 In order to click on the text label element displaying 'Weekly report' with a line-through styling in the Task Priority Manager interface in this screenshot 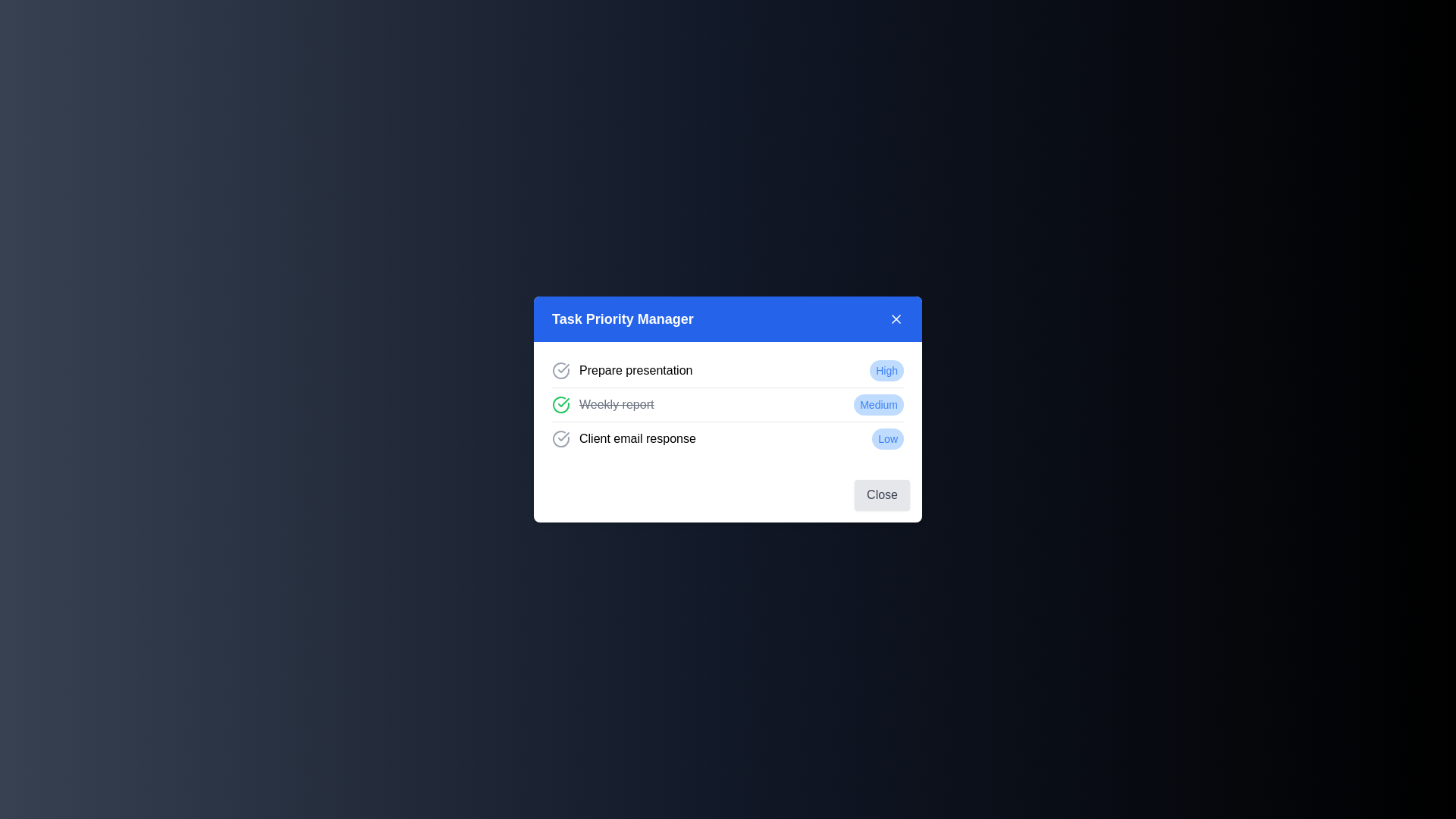, I will do `click(602, 403)`.